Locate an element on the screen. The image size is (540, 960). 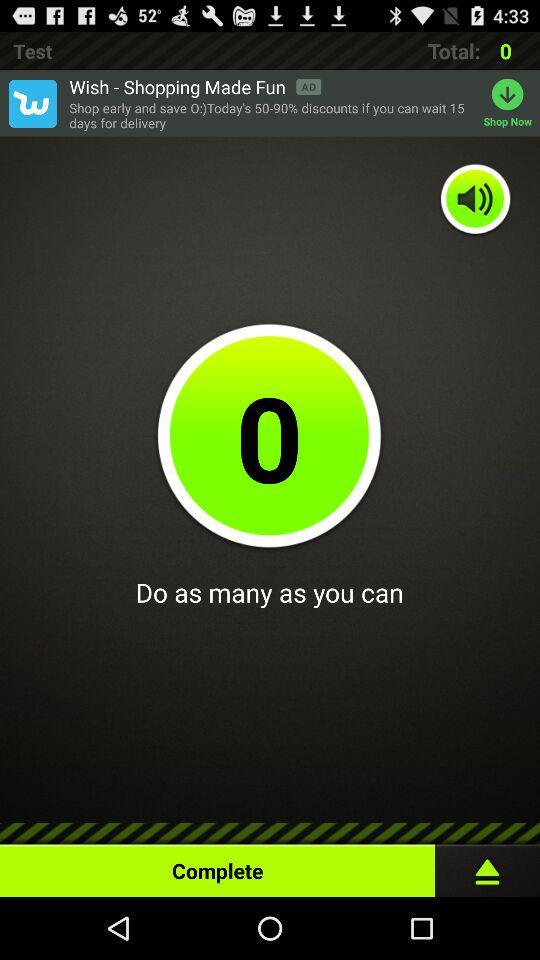
the item next to wish shopping made icon is located at coordinates (31, 103).